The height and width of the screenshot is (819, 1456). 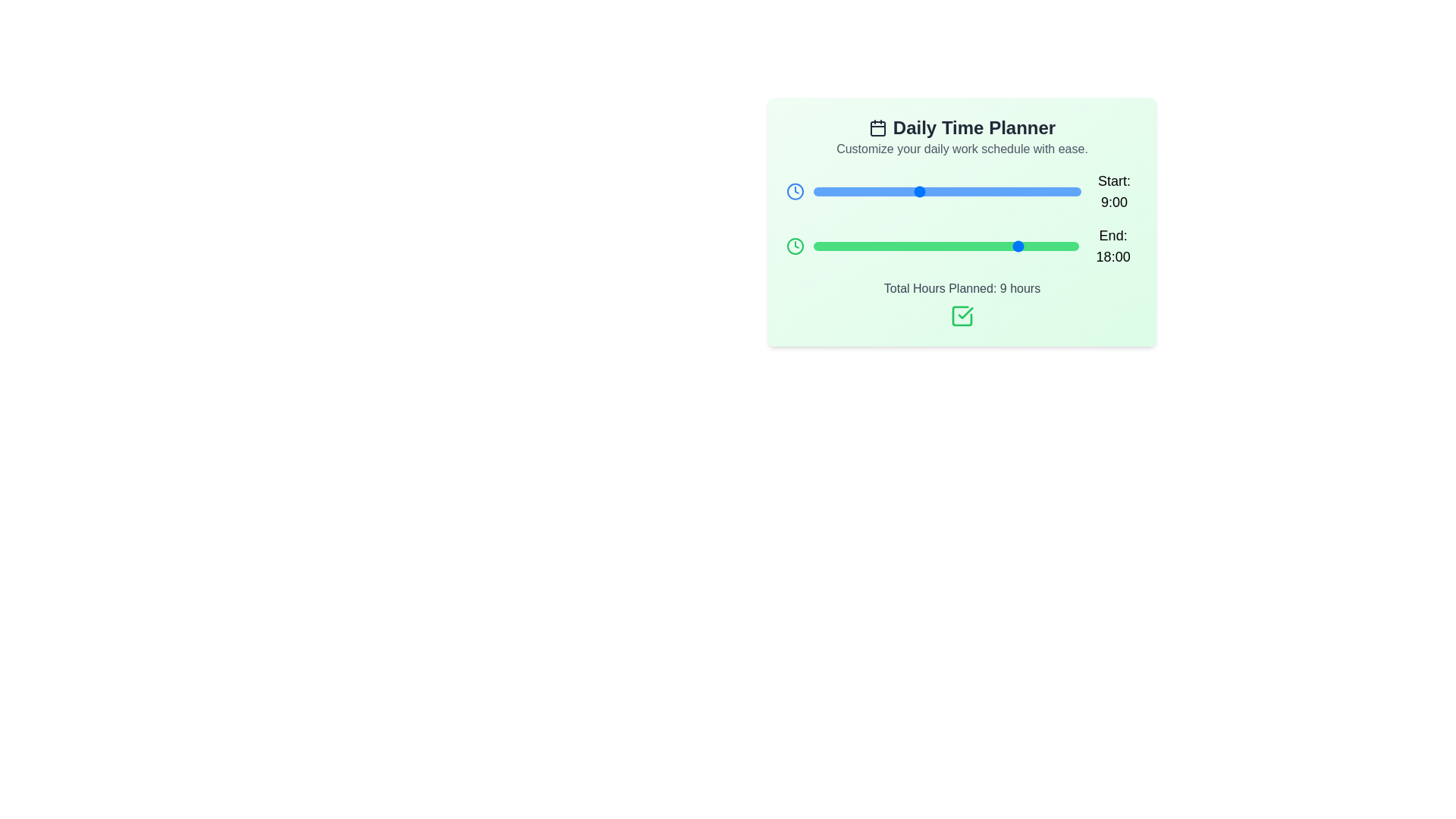 I want to click on the 'End' slider to set the end time to 21:00, so click(x=1055, y=245).